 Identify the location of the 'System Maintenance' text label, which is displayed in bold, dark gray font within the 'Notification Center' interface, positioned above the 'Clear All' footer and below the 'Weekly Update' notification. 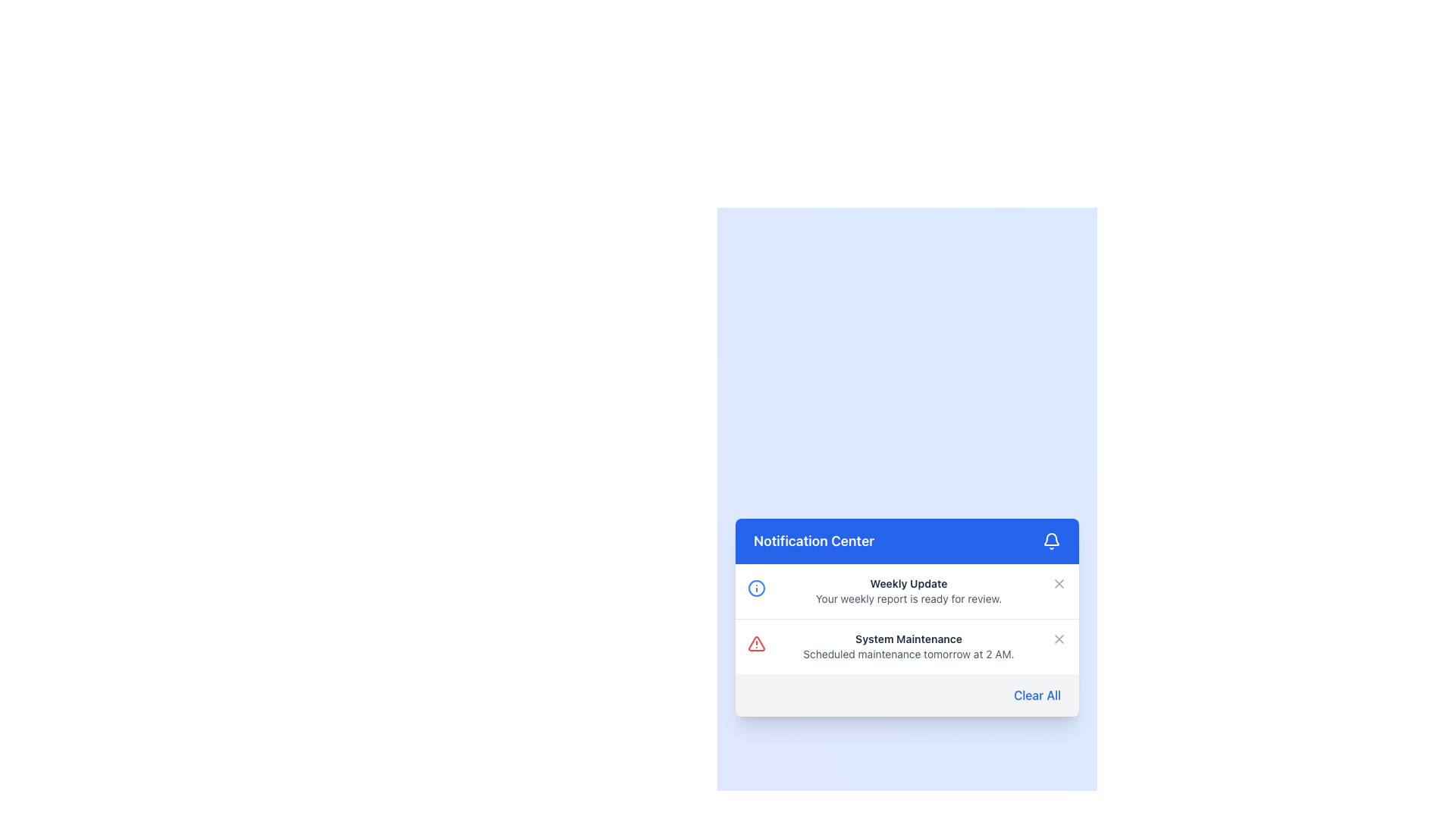
(908, 639).